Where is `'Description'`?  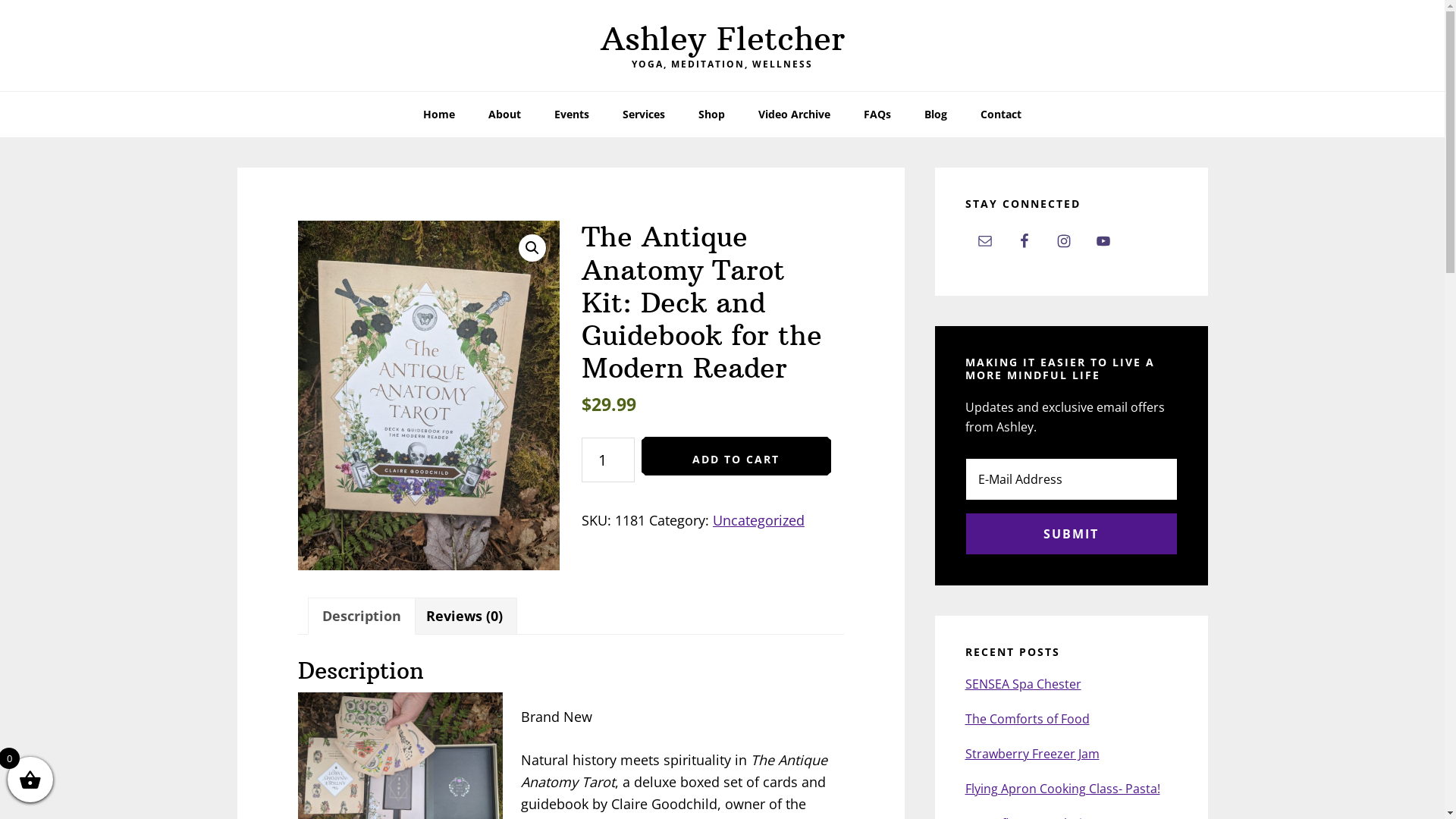 'Description' is located at coordinates (359, 616).